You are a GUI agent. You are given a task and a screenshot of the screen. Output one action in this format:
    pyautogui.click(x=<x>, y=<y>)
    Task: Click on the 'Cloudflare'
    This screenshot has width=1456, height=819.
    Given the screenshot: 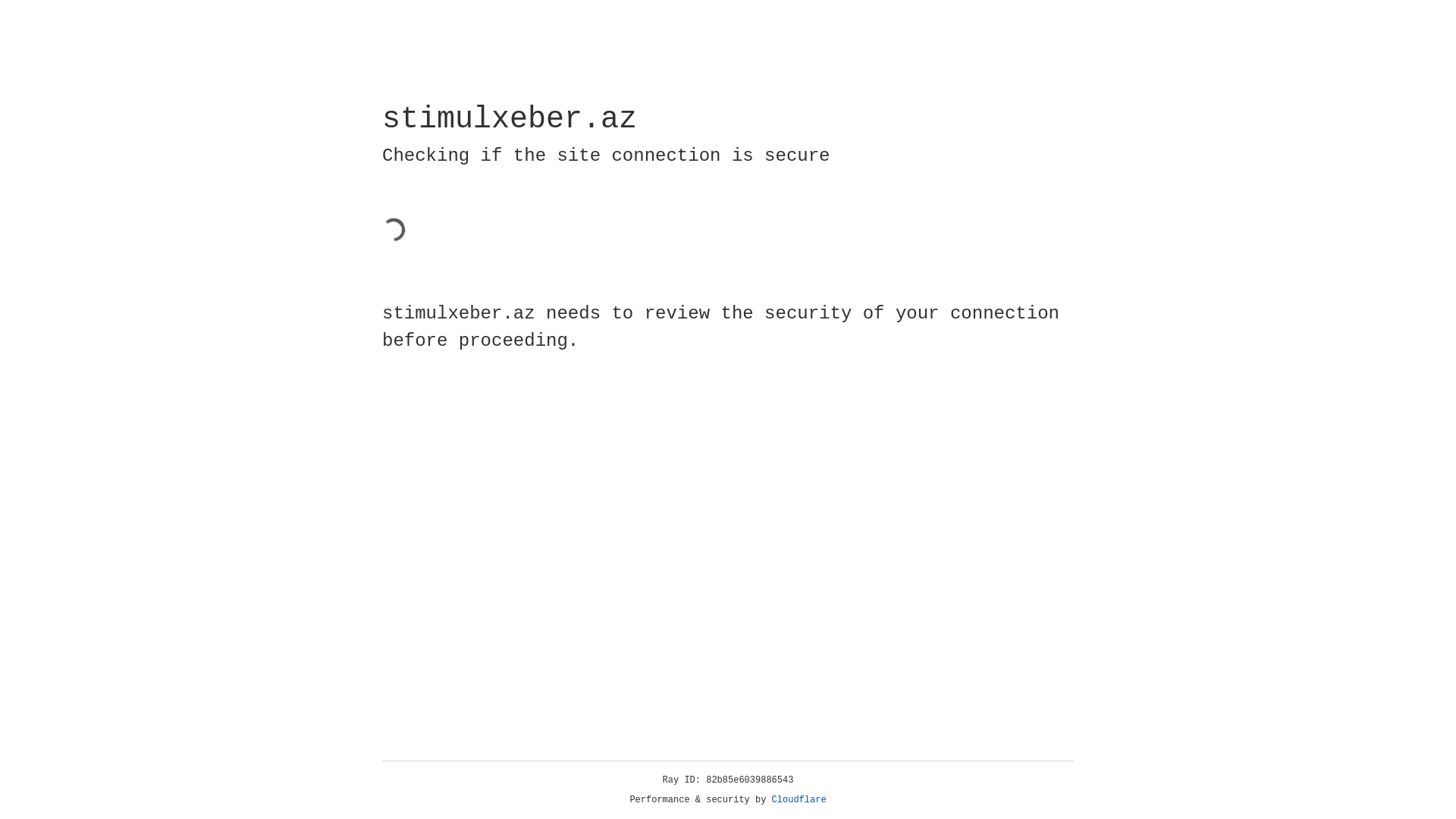 What is the action you would take?
    pyautogui.click(x=799, y=799)
    